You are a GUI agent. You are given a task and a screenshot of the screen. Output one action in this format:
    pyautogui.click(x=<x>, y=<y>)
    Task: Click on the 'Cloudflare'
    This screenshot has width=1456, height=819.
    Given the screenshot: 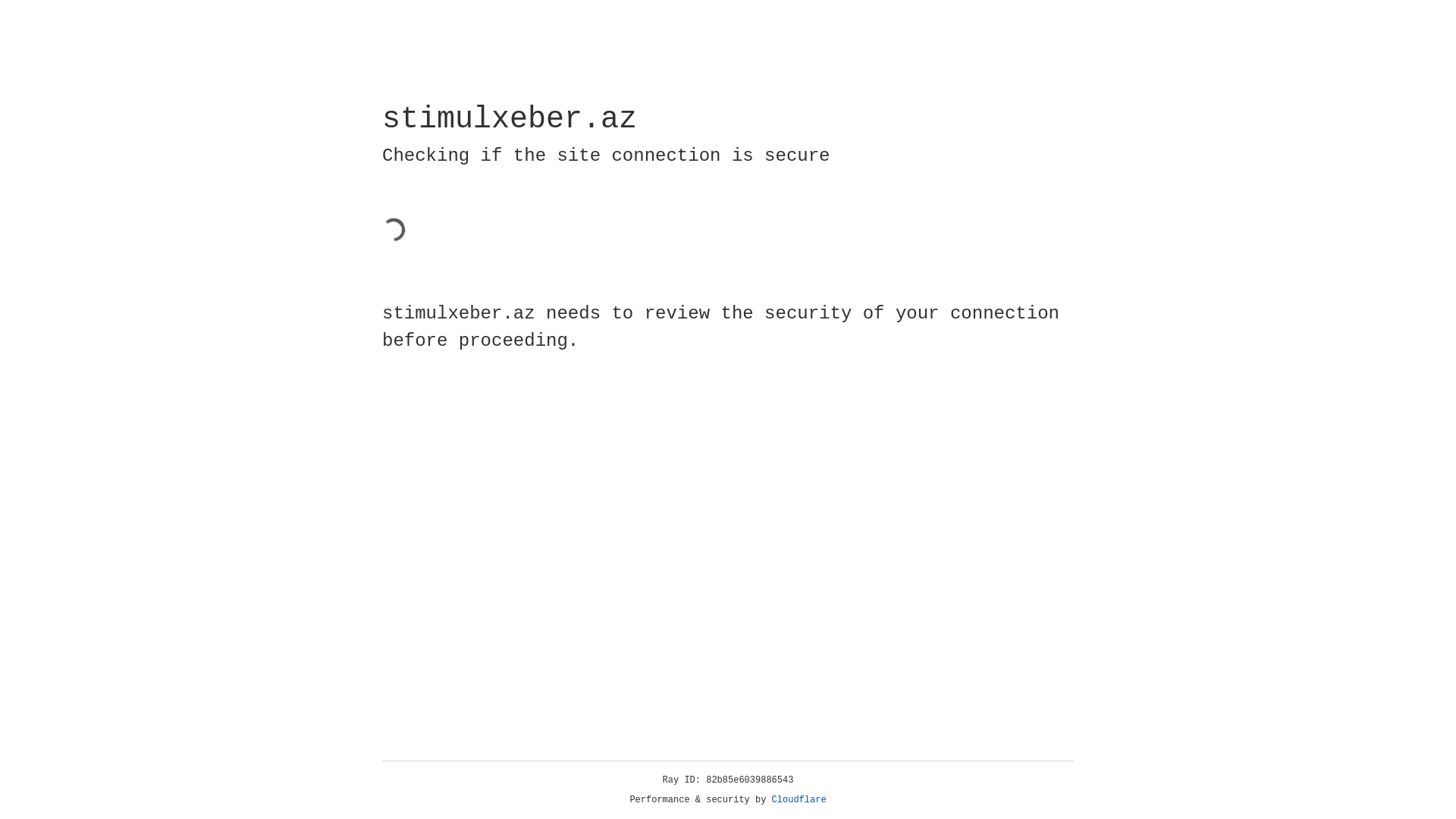 What is the action you would take?
    pyautogui.click(x=799, y=799)
    